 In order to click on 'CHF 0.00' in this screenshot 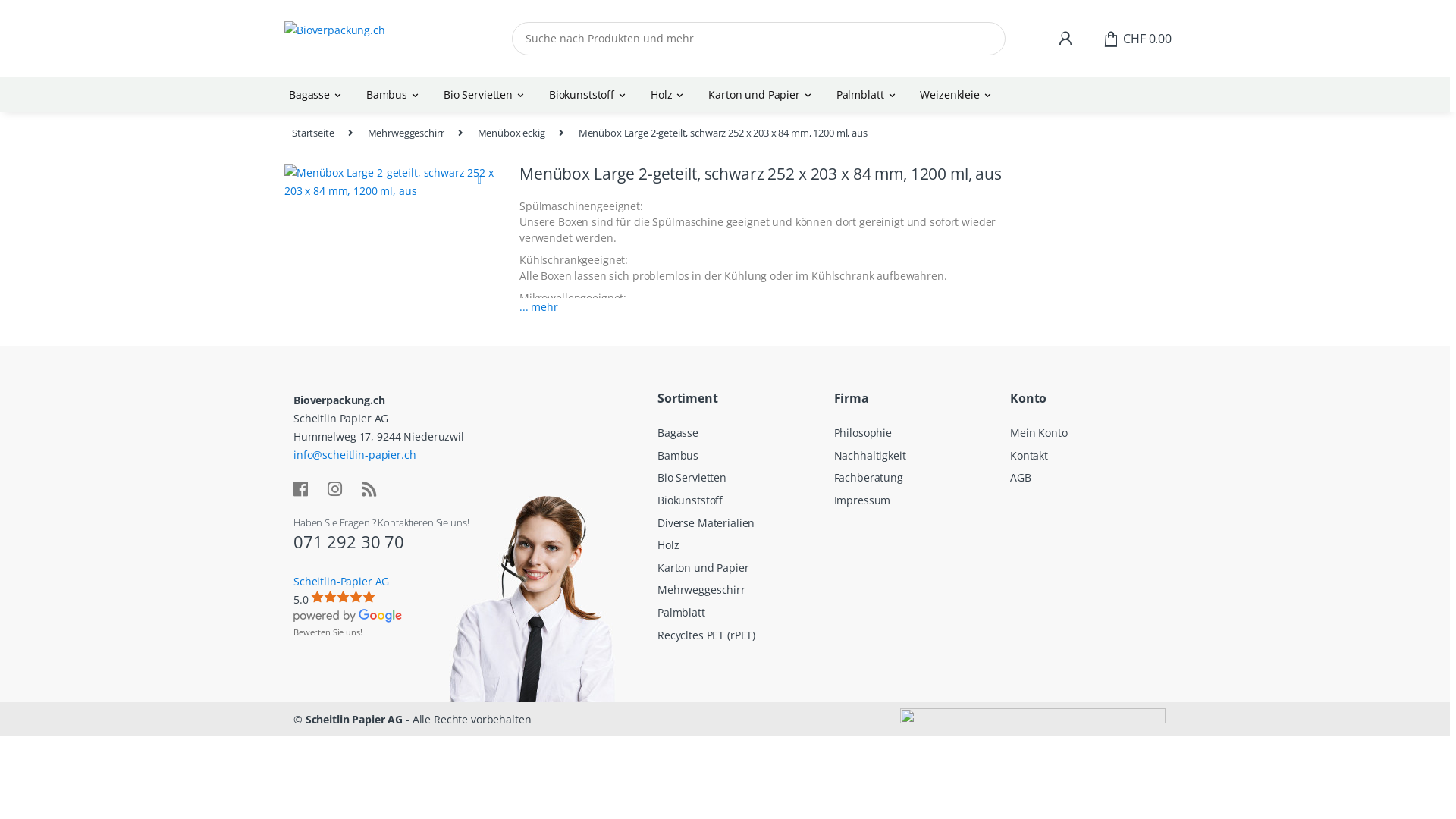, I will do `click(1103, 37)`.